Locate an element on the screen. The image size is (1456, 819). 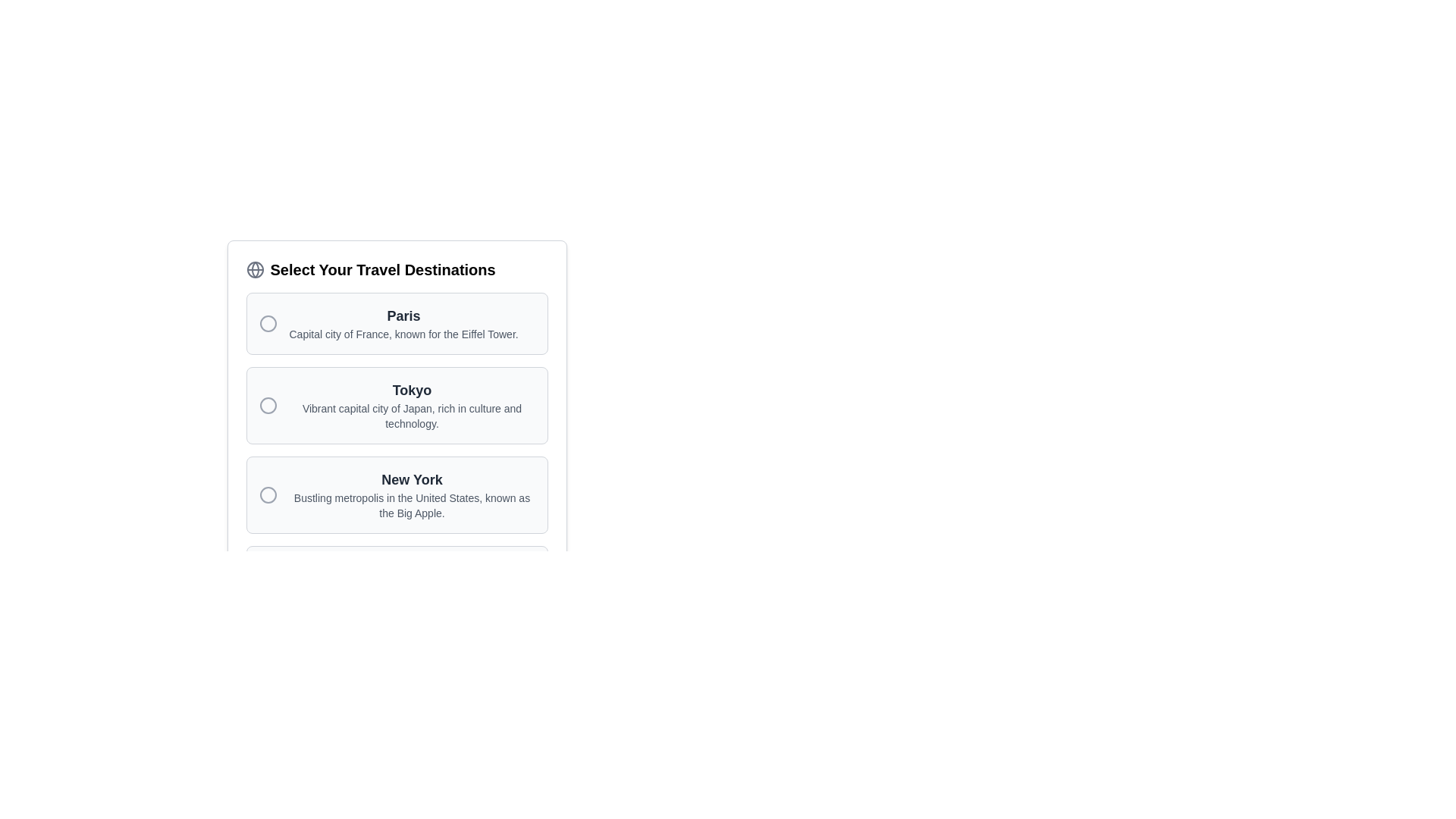
the radio button associated with the selectable list item for 'New York', which is the third option in the vertical list is located at coordinates (397, 494).